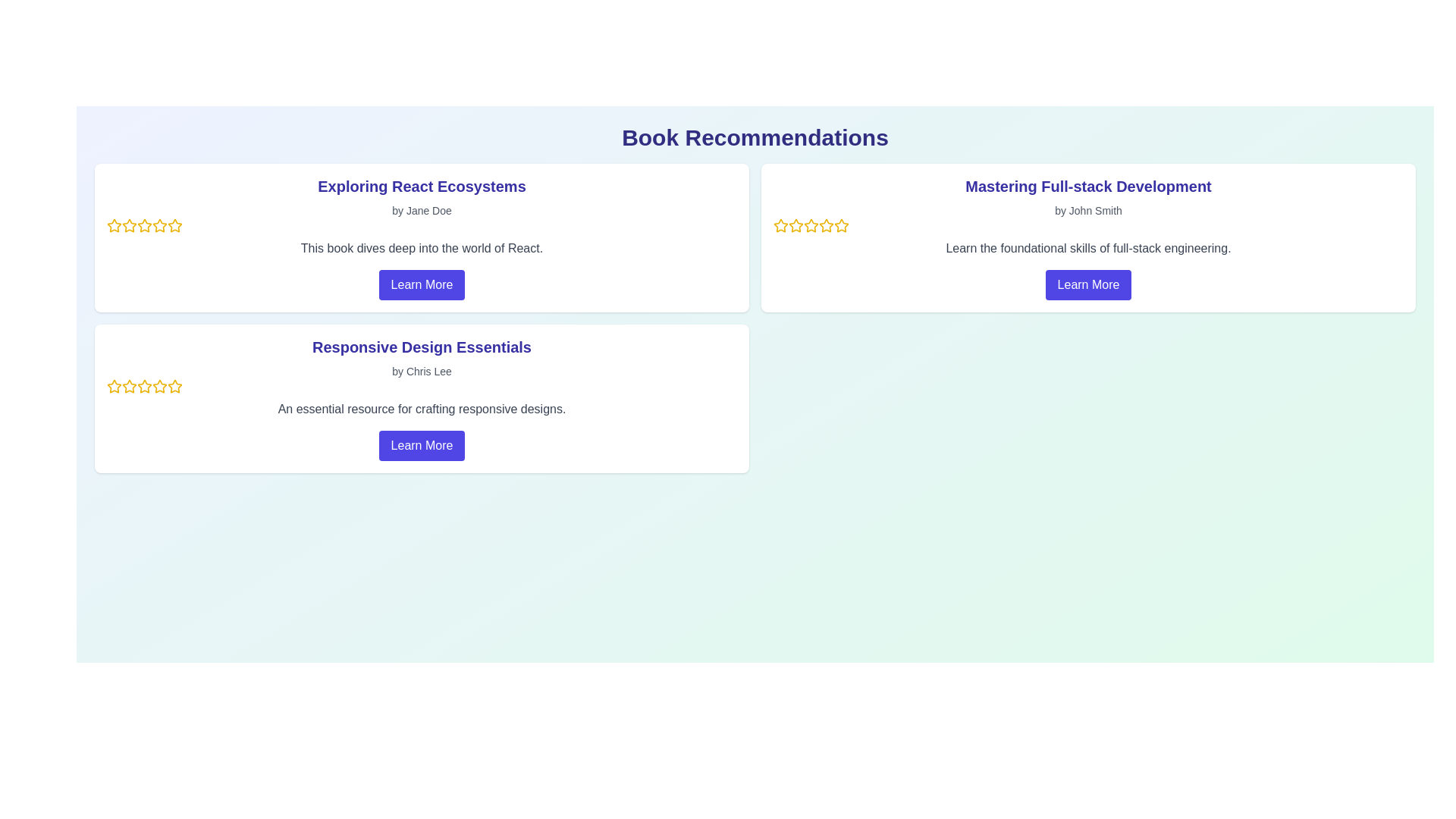  I want to click on the static text element reading 'by Chris Lee', which is styled in gray and located beneath the title 'Responsive Design Essentials', so click(422, 371).